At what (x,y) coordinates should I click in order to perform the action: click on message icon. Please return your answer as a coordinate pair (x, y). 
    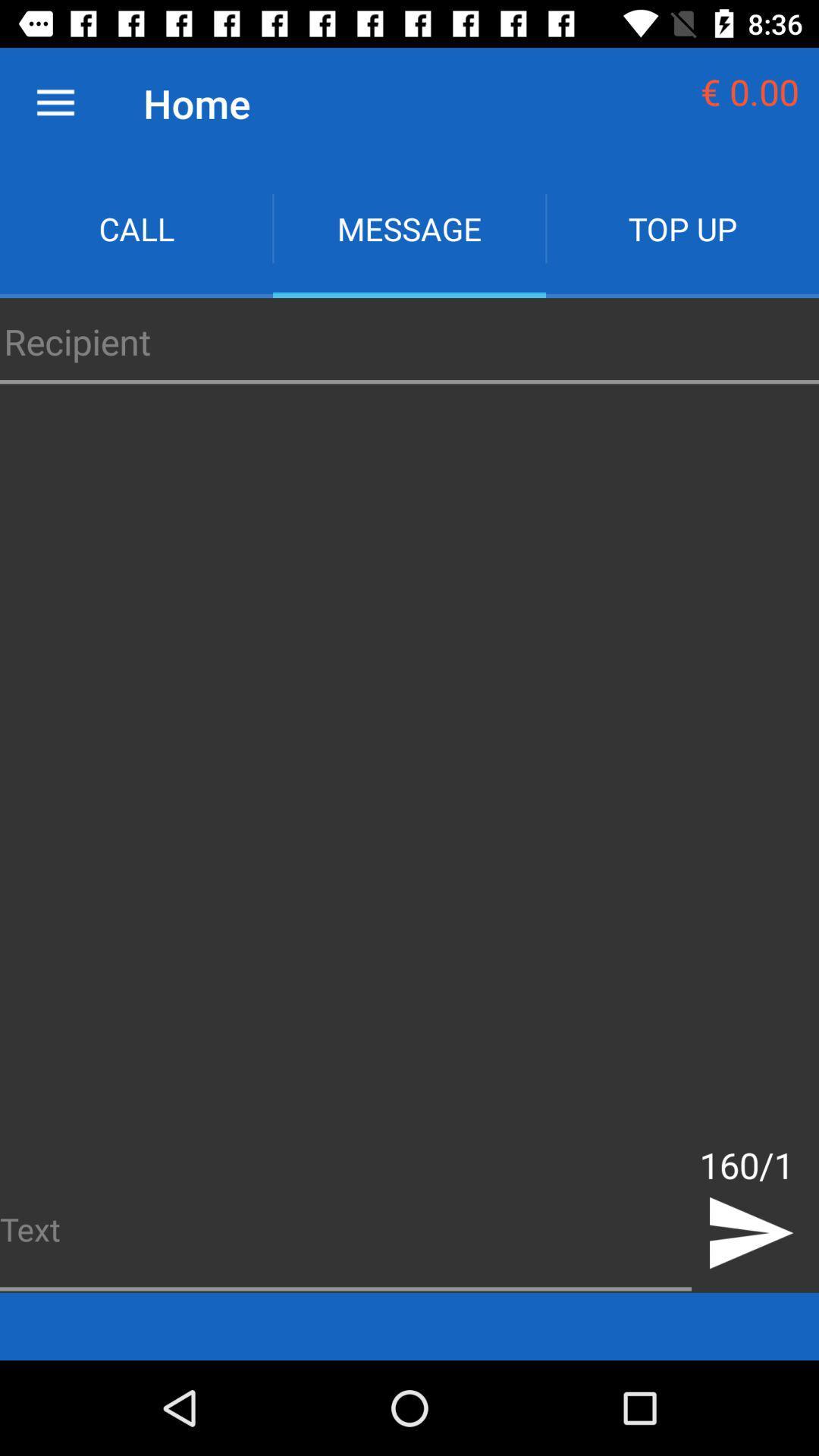
    Looking at the image, I should click on (409, 227).